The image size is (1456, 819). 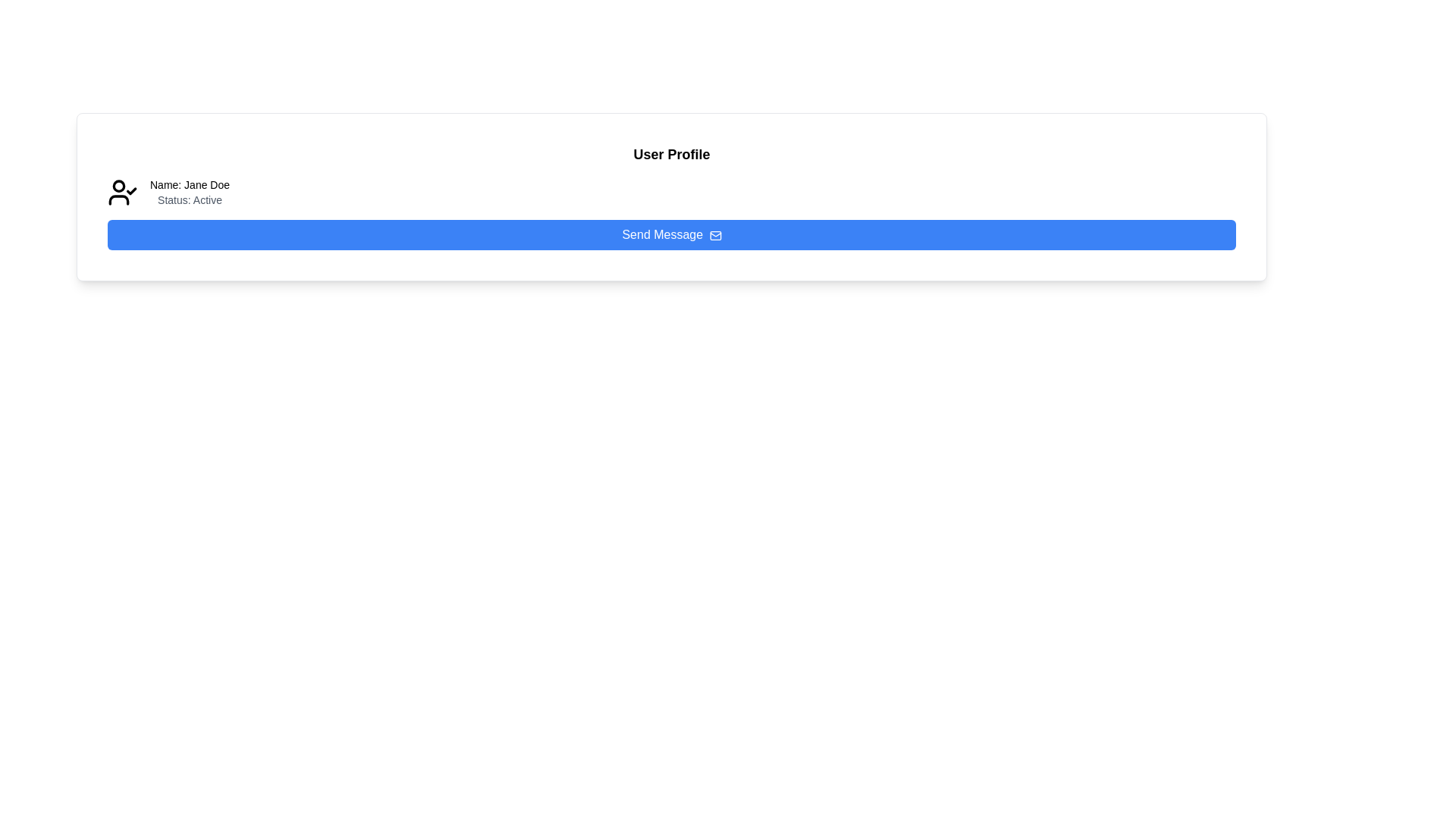 What do you see at coordinates (118, 199) in the screenshot?
I see `the semicircular shape at the bottom of the user profile icon, which represents the user's torso` at bounding box center [118, 199].